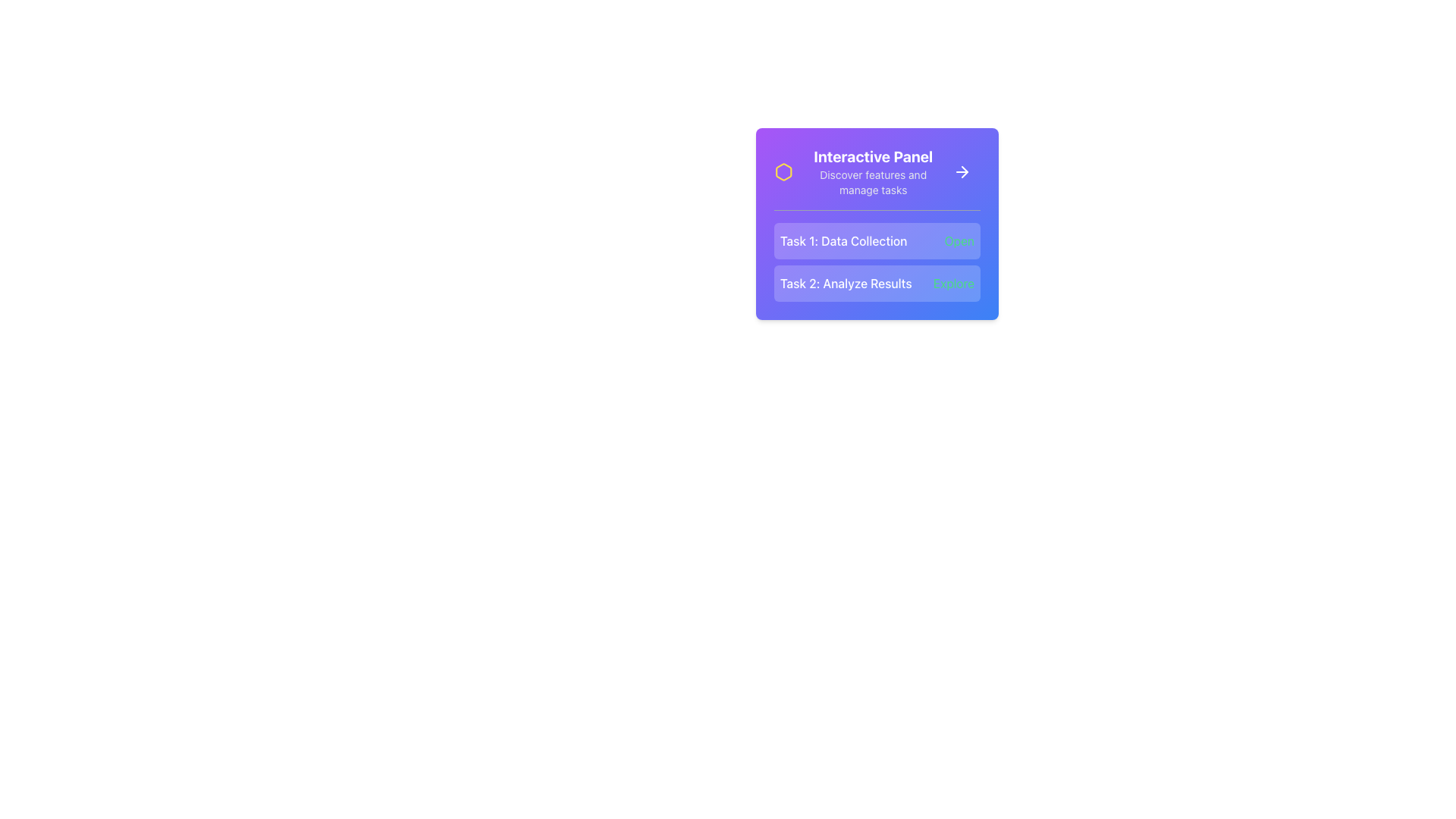 This screenshot has height=819, width=1456. I want to click on the first list item labeled 'Task 1: Data Collection' with a secondary action button, so click(877, 240).